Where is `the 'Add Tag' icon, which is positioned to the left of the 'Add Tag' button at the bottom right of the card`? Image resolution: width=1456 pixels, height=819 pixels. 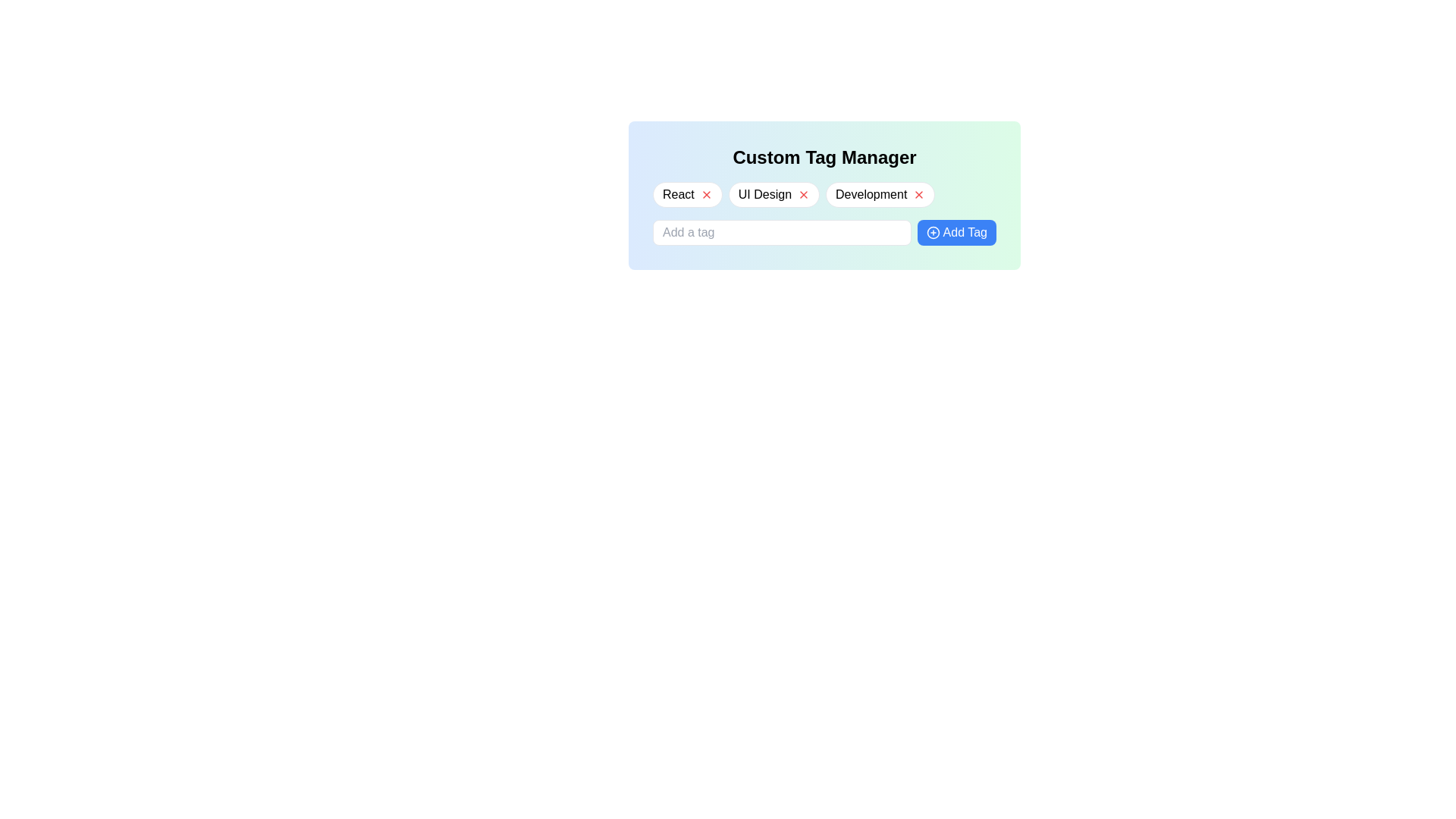 the 'Add Tag' icon, which is positioned to the left of the 'Add Tag' button at the bottom right of the card is located at coordinates (932, 233).